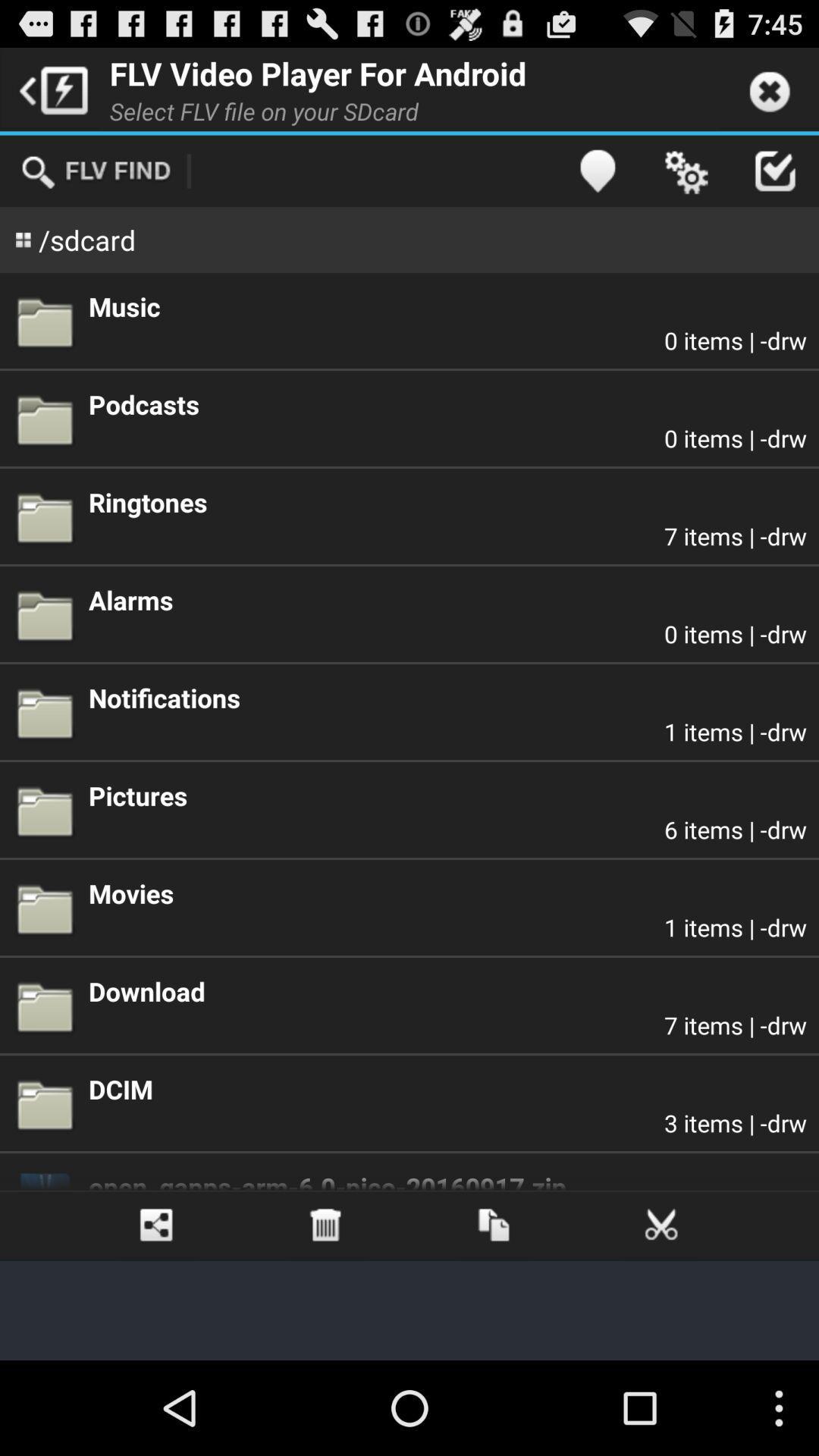 This screenshot has height=1456, width=819. Describe the element at coordinates (686, 171) in the screenshot. I see `item above music item` at that location.